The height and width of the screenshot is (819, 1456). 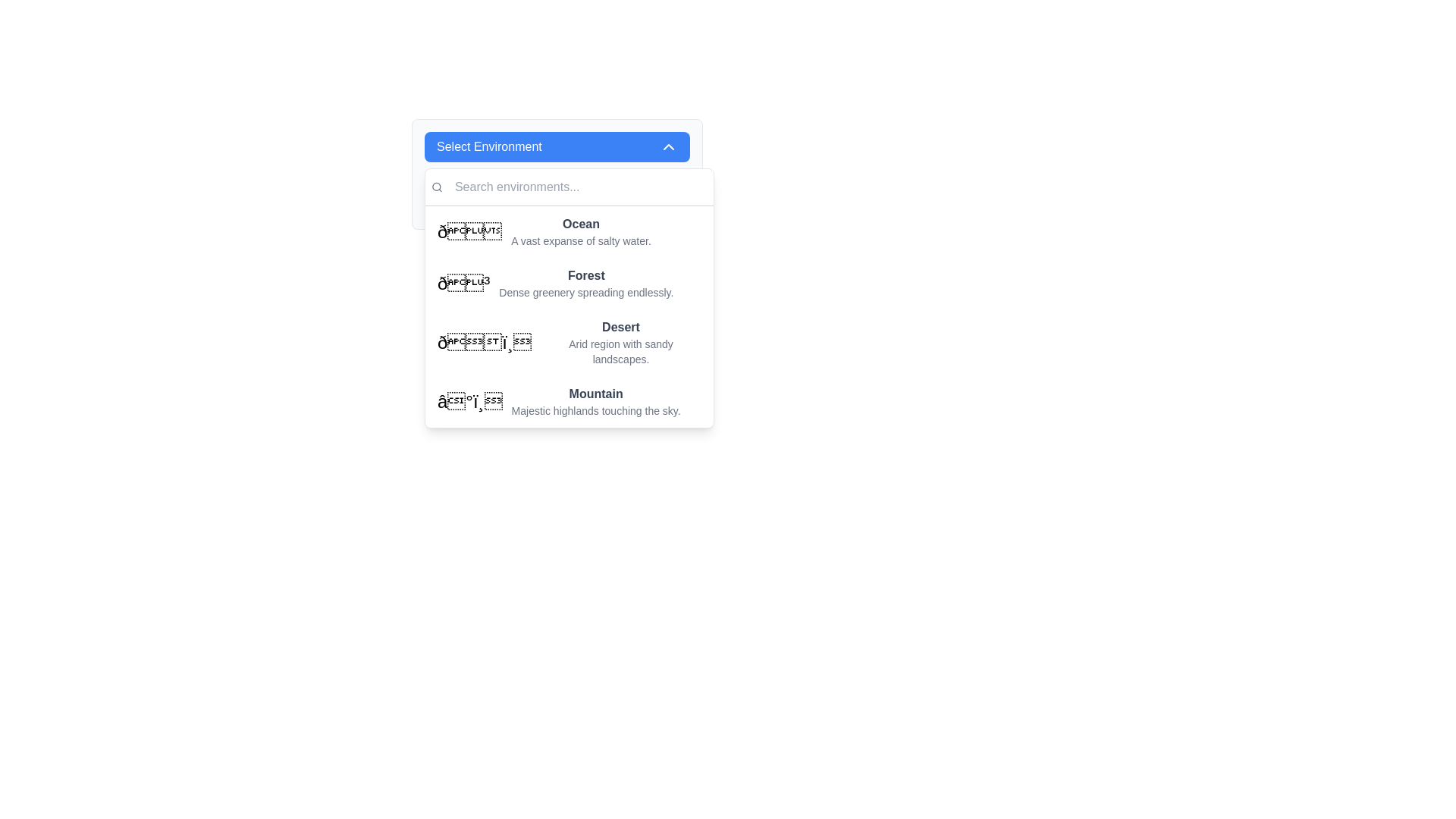 I want to click on the selectable list item labeled 'Forest' with a description 'Dense greenery spreading endlessly.' which is the second item in the dropdown menu, so click(x=568, y=284).